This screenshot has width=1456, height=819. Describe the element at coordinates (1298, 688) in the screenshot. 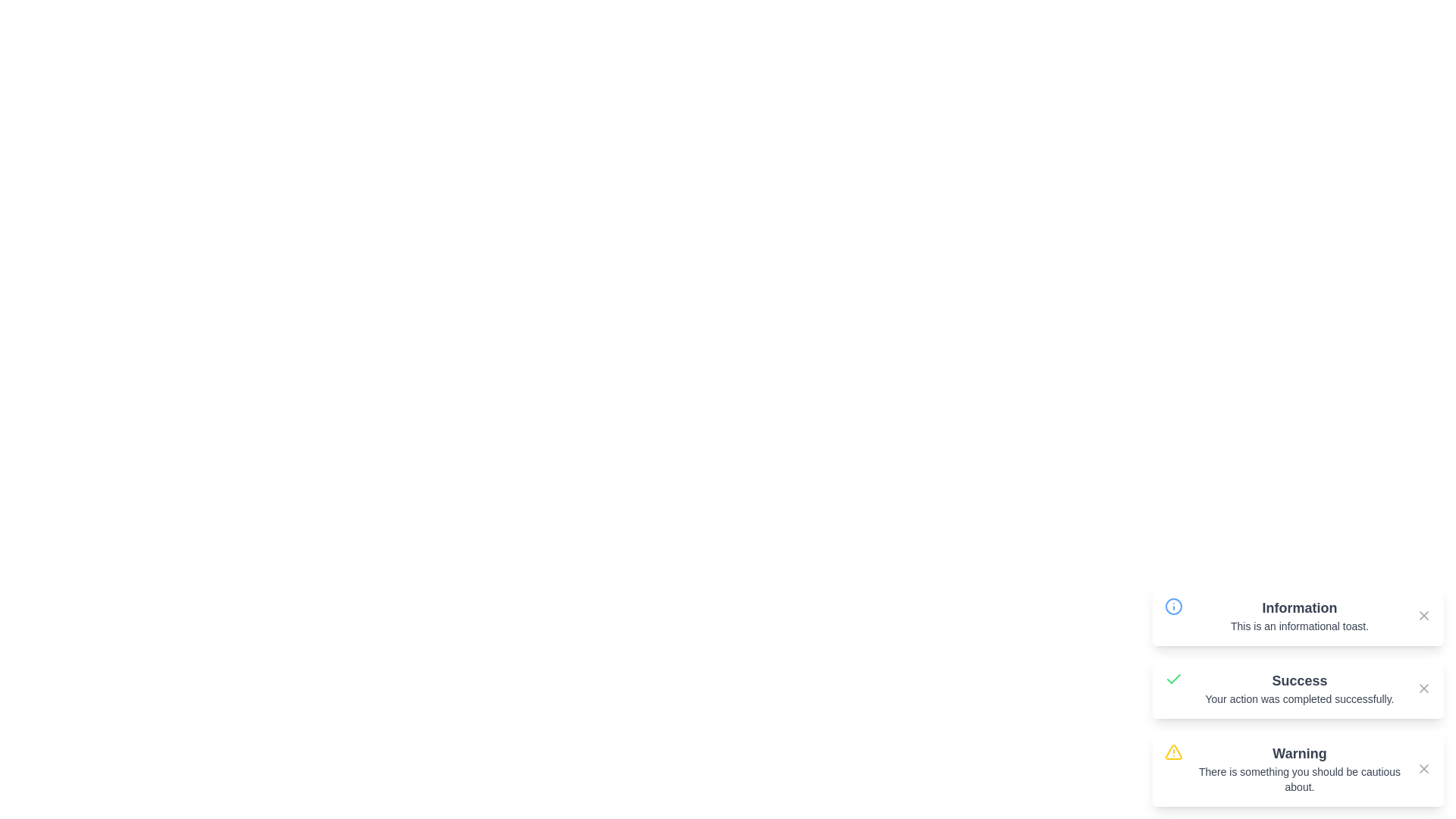

I see `the second notification toast which indicates a successful action, located at the bottom-right corner of the interface` at that location.